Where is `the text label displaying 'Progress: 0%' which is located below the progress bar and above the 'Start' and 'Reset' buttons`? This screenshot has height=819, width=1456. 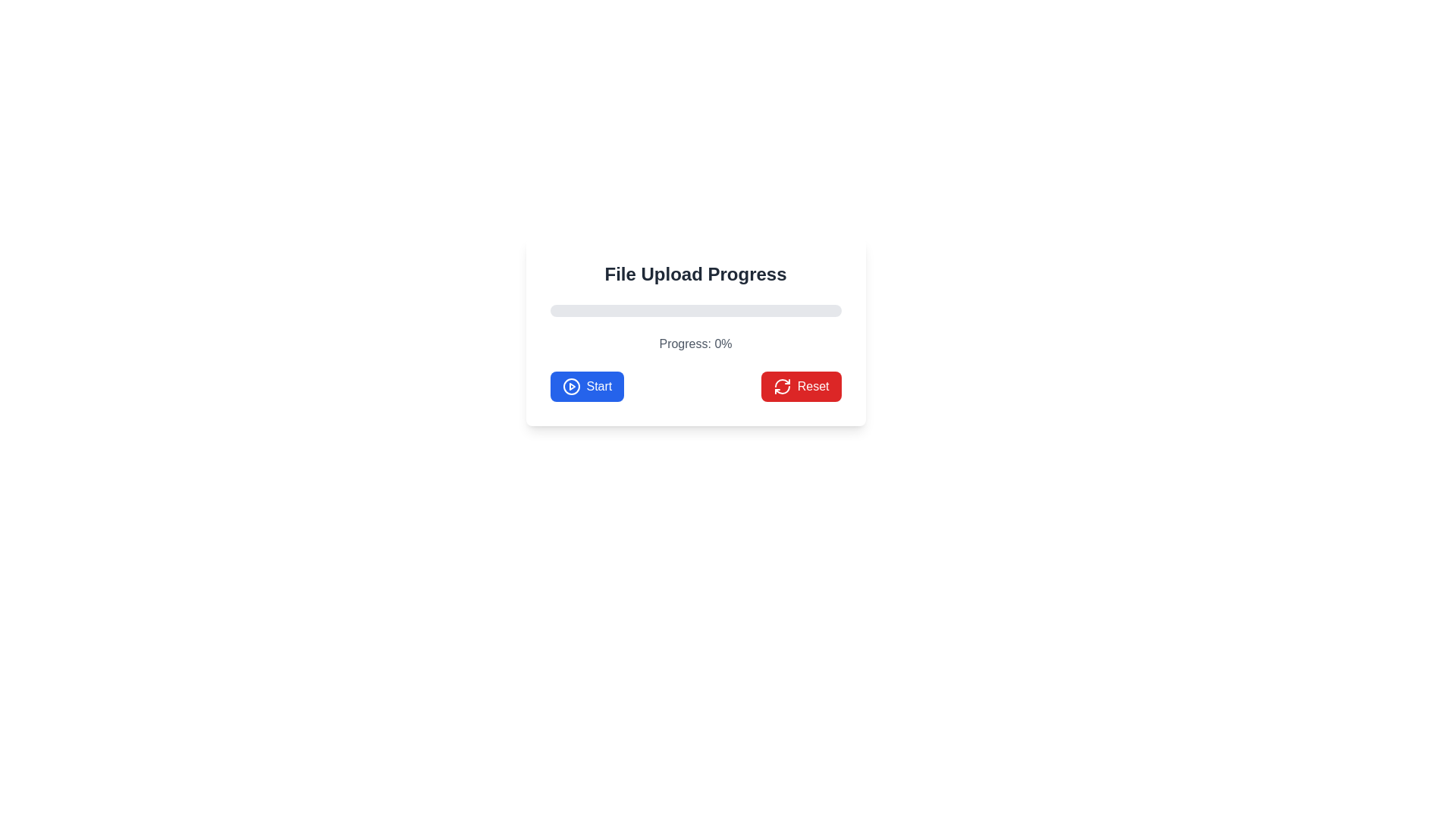
the text label displaying 'Progress: 0%' which is located below the progress bar and above the 'Start' and 'Reset' buttons is located at coordinates (695, 344).